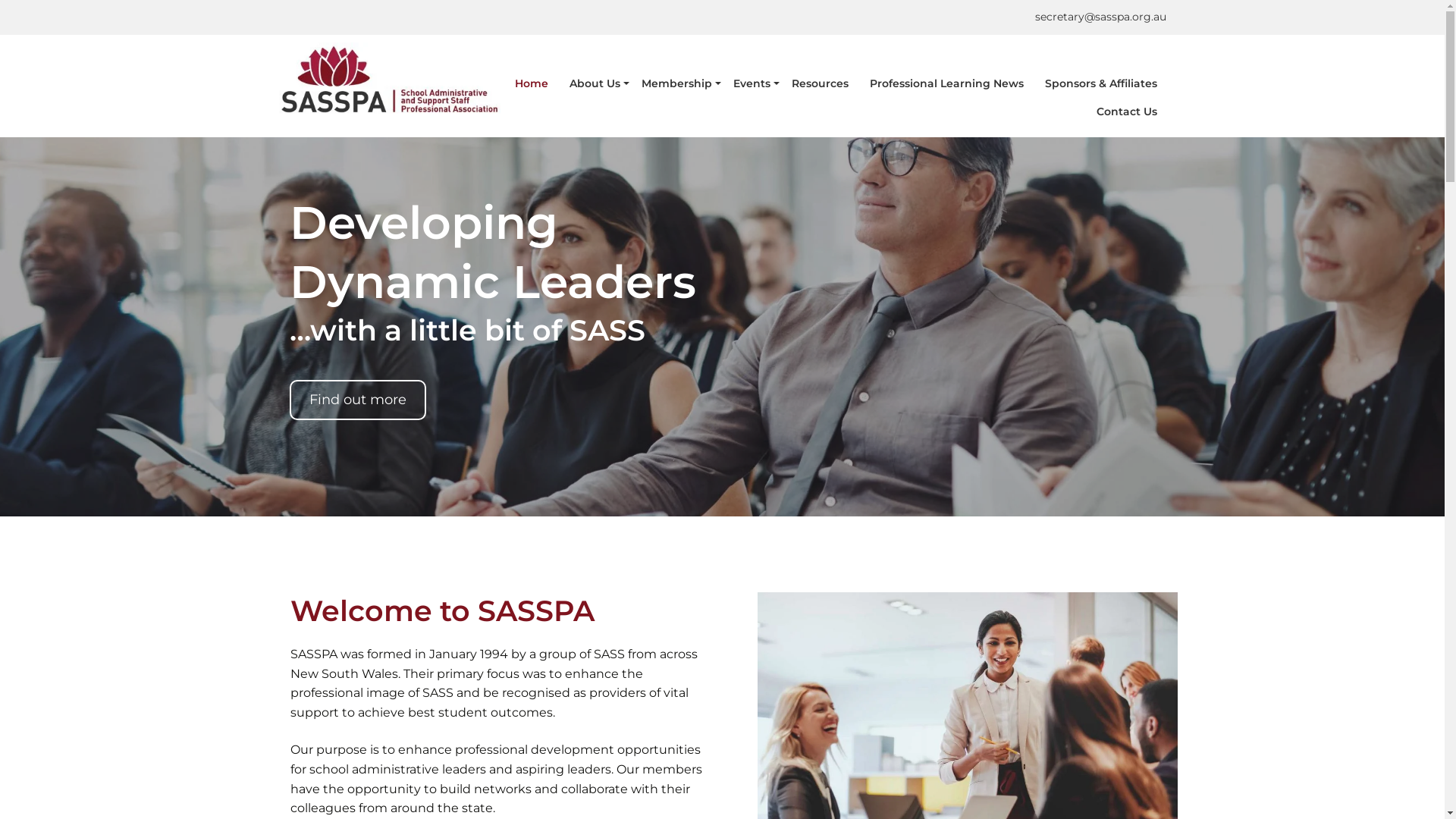 Image resolution: width=1456 pixels, height=819 pixels. I want to click on 'About Us', so click(593, 83).